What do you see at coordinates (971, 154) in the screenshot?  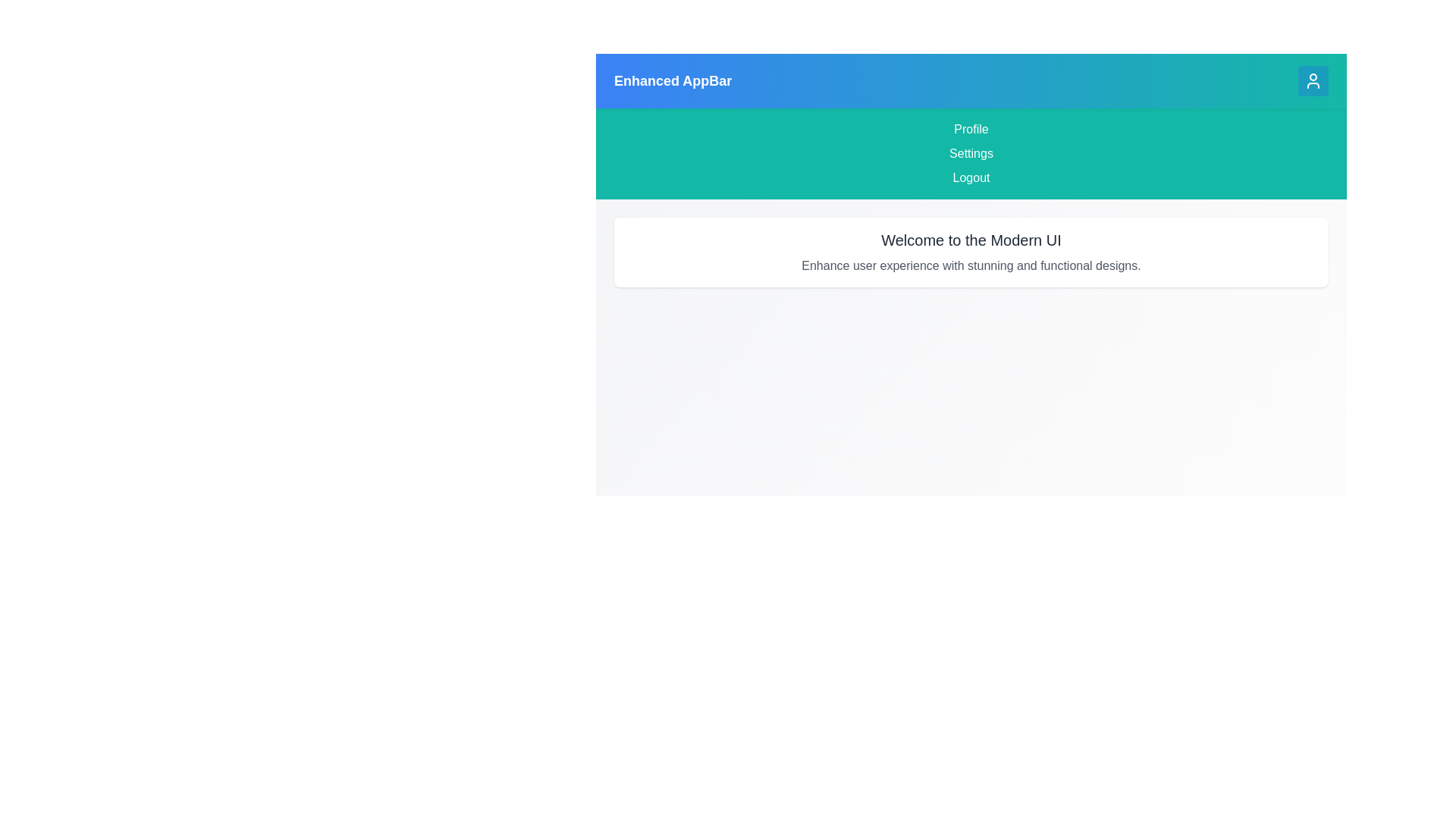 I see `the menu item Settings from the menu` at bounding box center [971, 154].